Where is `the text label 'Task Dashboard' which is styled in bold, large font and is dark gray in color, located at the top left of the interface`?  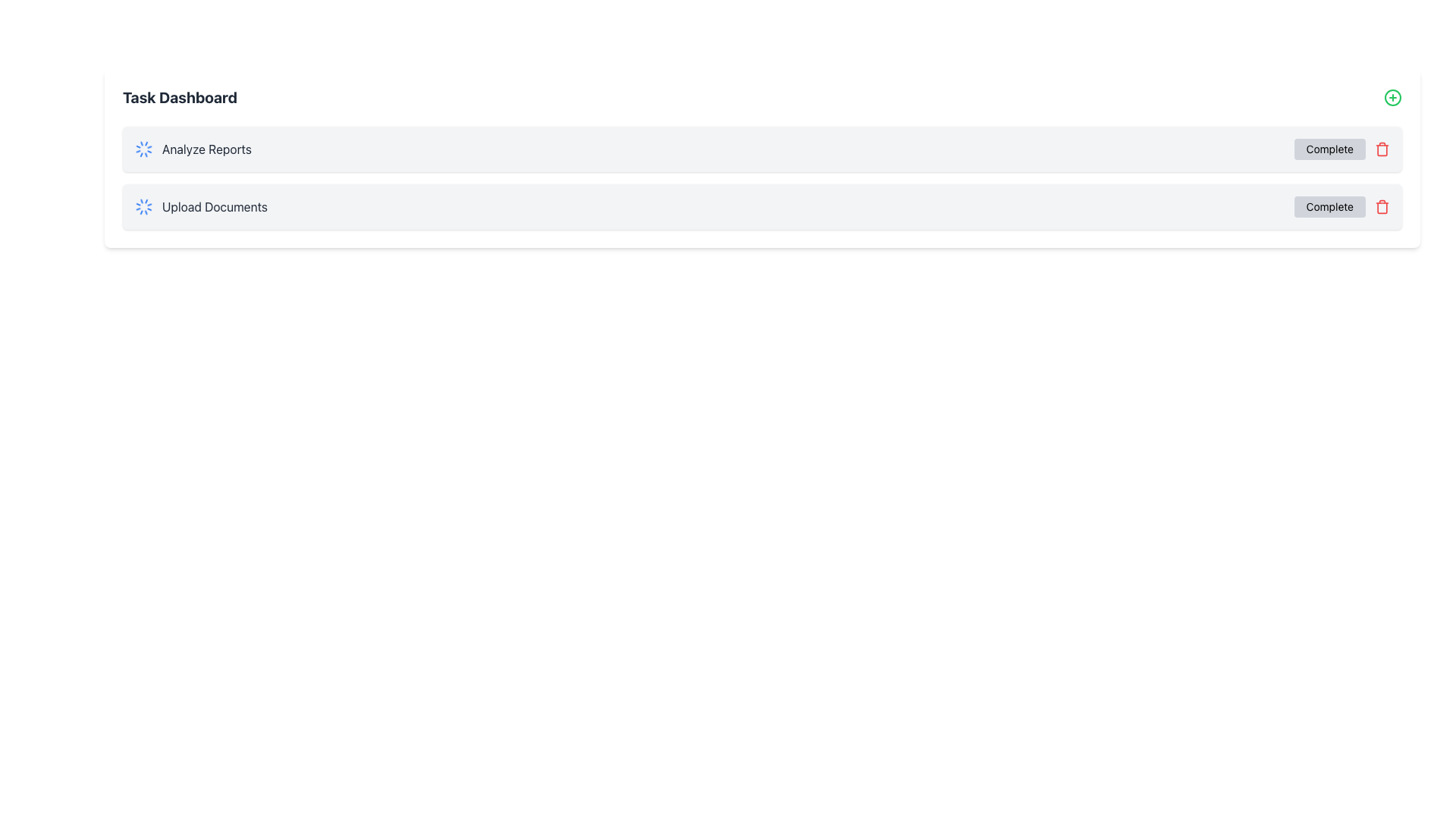 the text label 'Task Dashboard' which is styled in bold, large font and is dark gray in color, located at the top left of the interface is located at coordinates (180, 97).